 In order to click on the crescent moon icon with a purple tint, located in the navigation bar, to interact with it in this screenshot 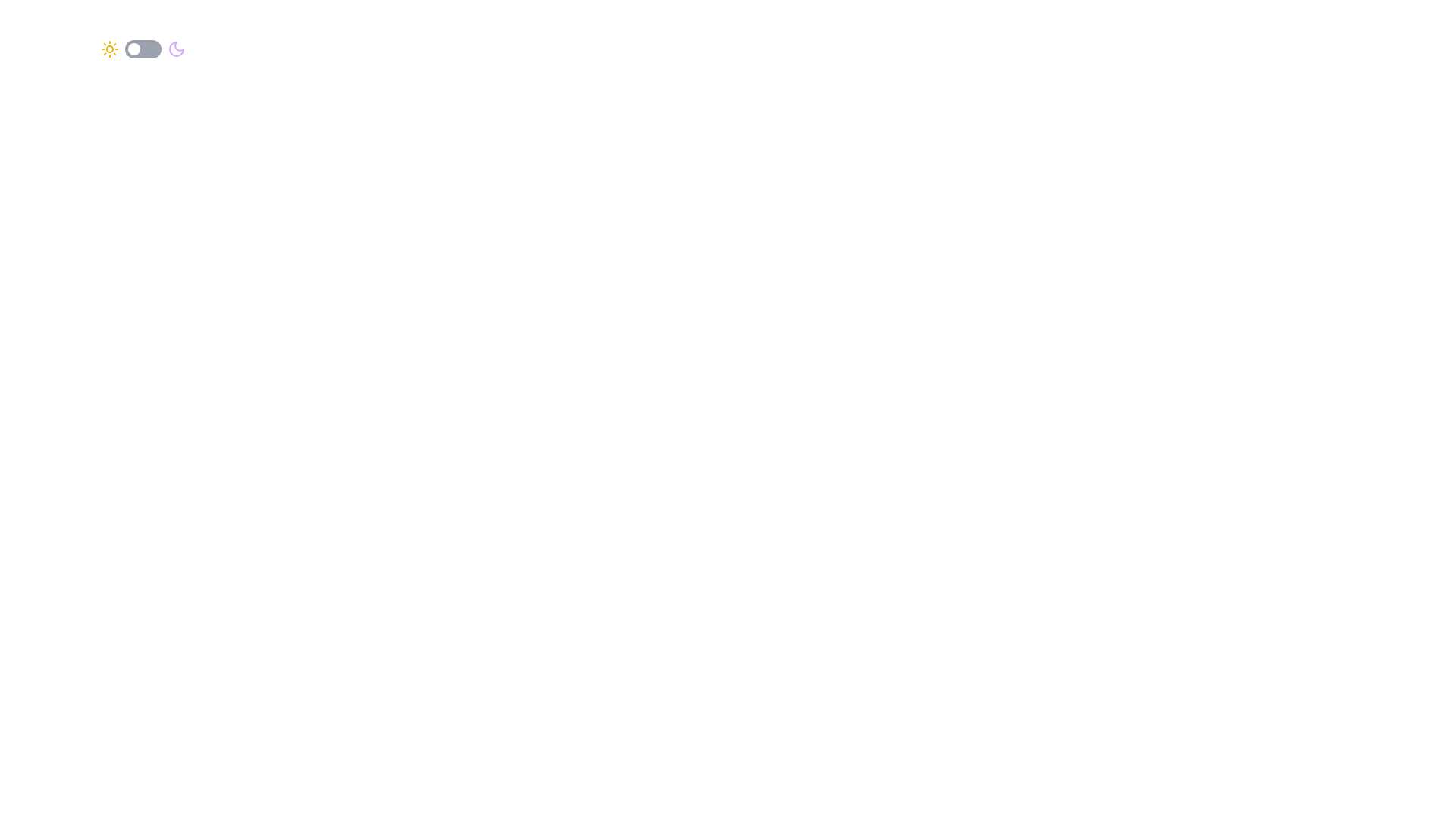, I will do `click(177, 49)`.